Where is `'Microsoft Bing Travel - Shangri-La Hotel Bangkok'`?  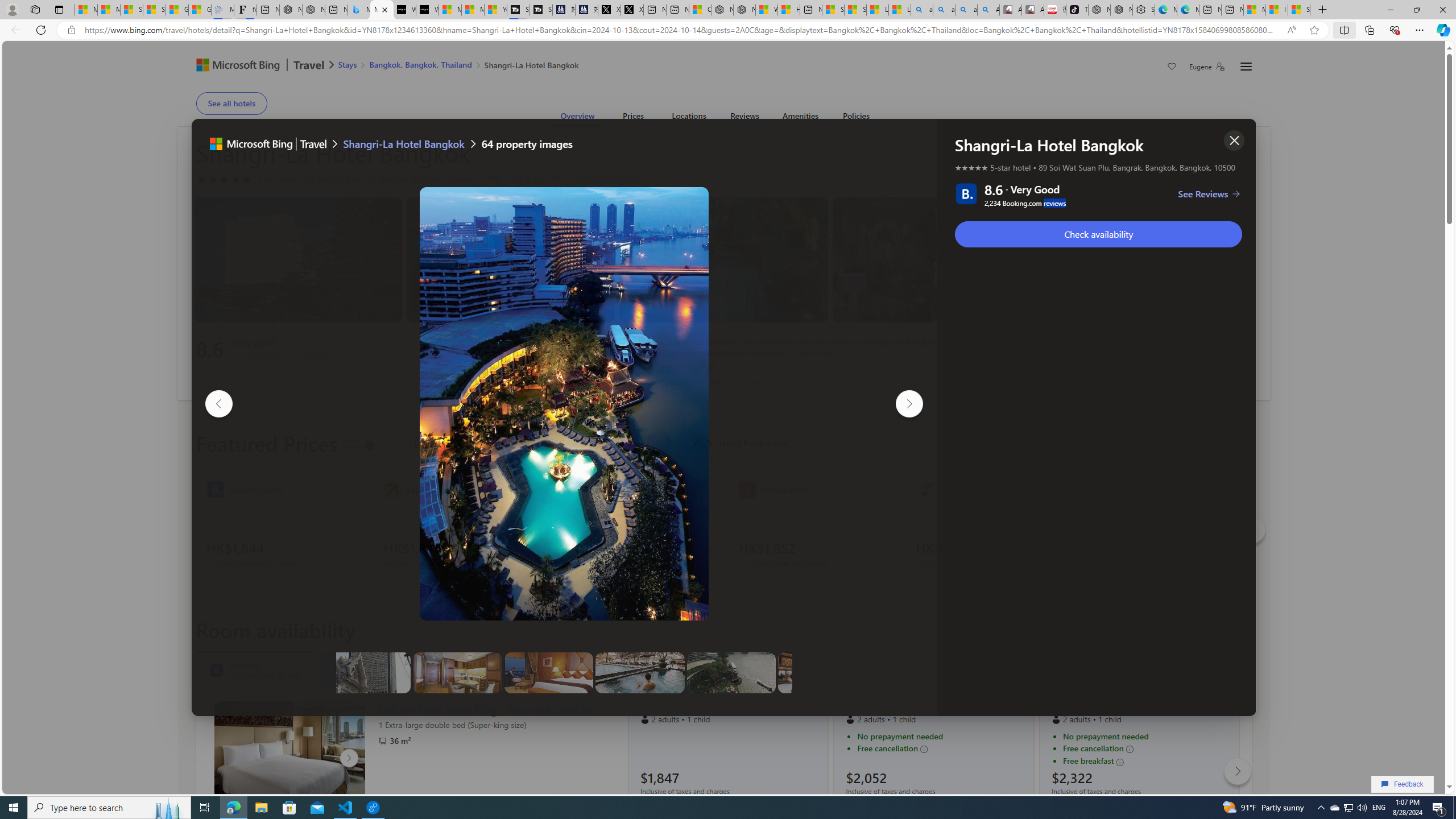 'Microsoft Bing Travel - Shangri-La Hotel Bangkok' is located at coordinates (380, 9).